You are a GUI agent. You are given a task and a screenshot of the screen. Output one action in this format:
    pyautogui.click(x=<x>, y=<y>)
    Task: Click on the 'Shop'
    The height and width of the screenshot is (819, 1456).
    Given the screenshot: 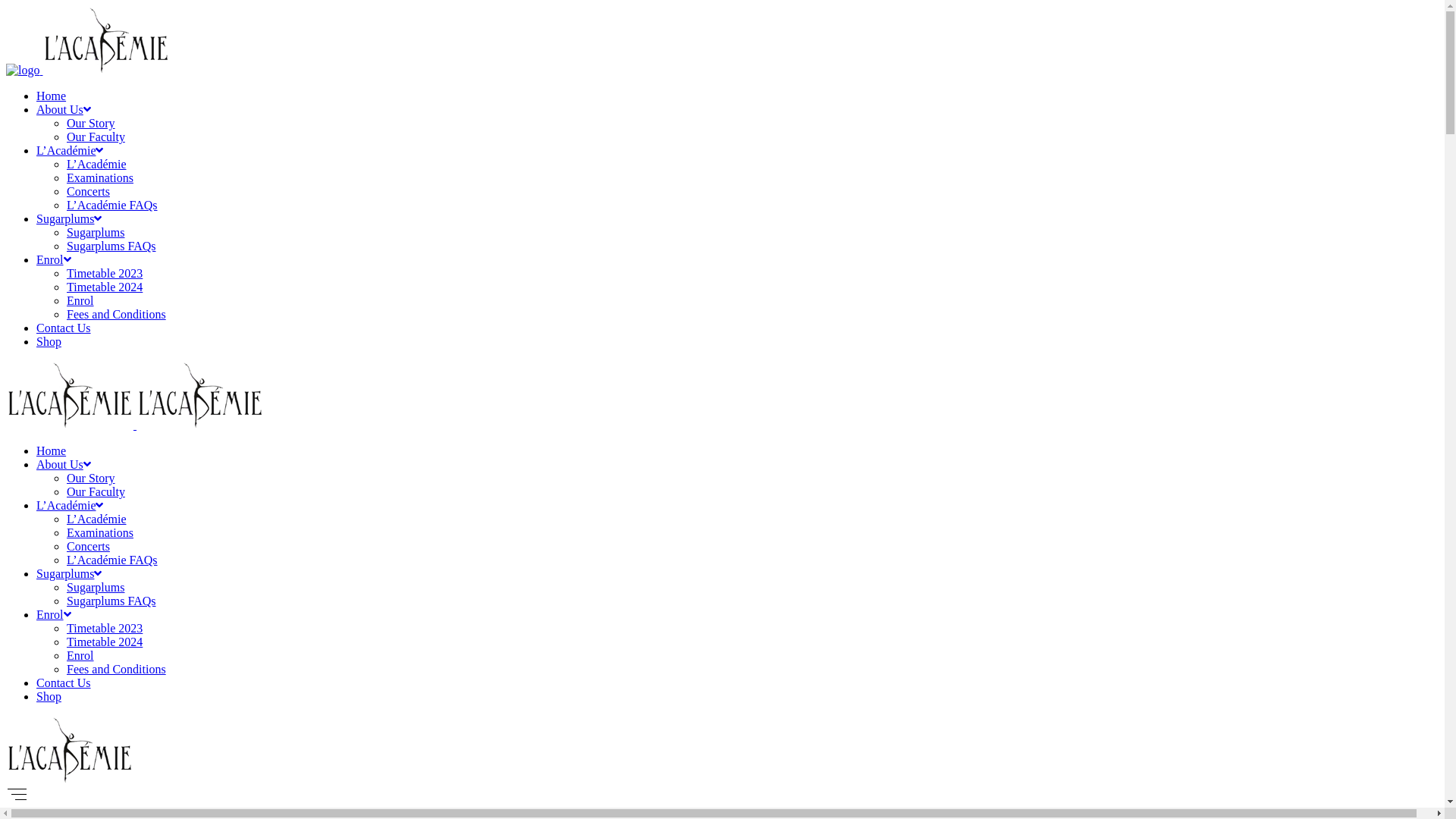 What is the action you would take?
    pyautogui.click(x=49, y=696)
    